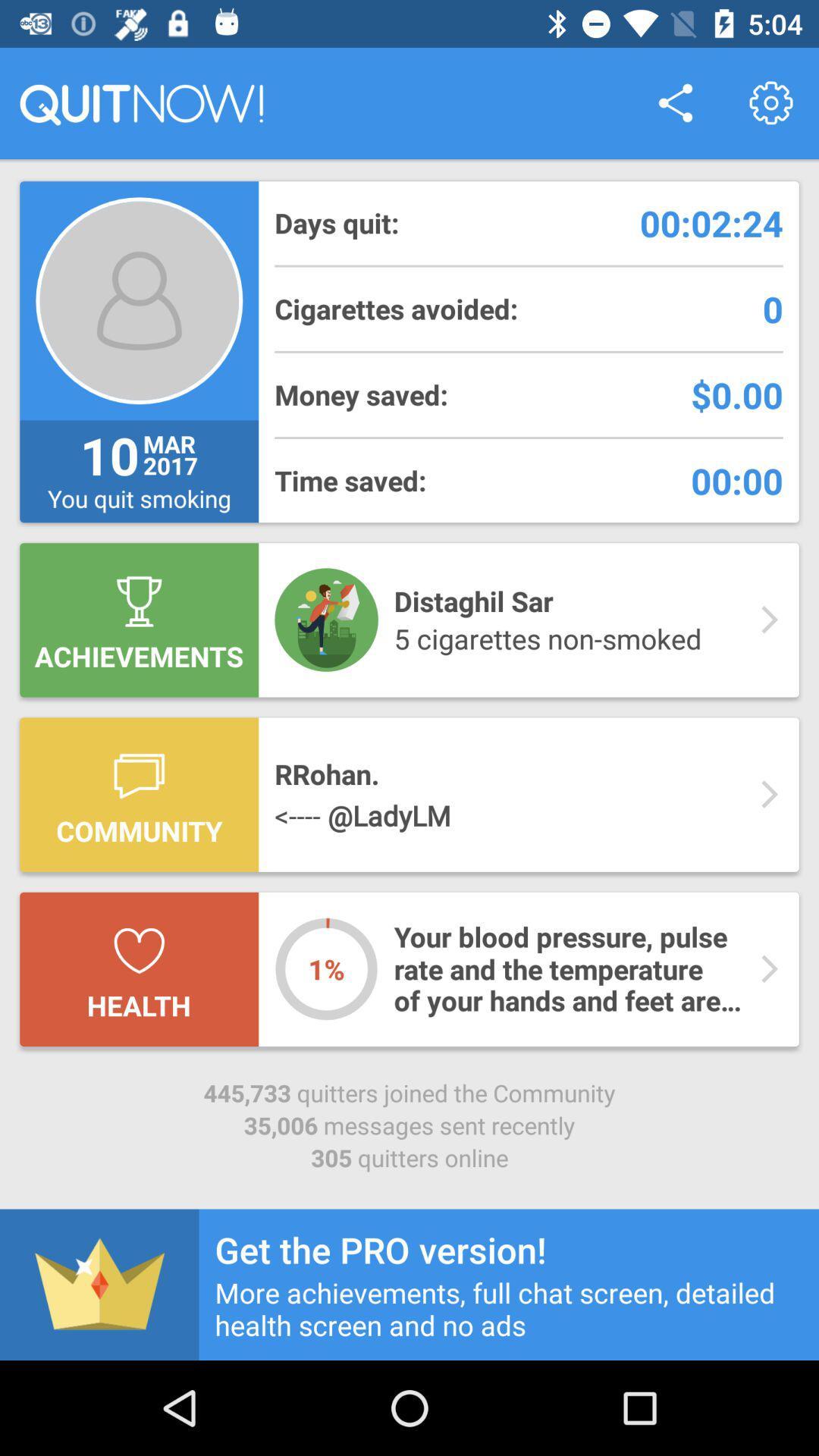  I want to click on the share icon, so click(675, 102).